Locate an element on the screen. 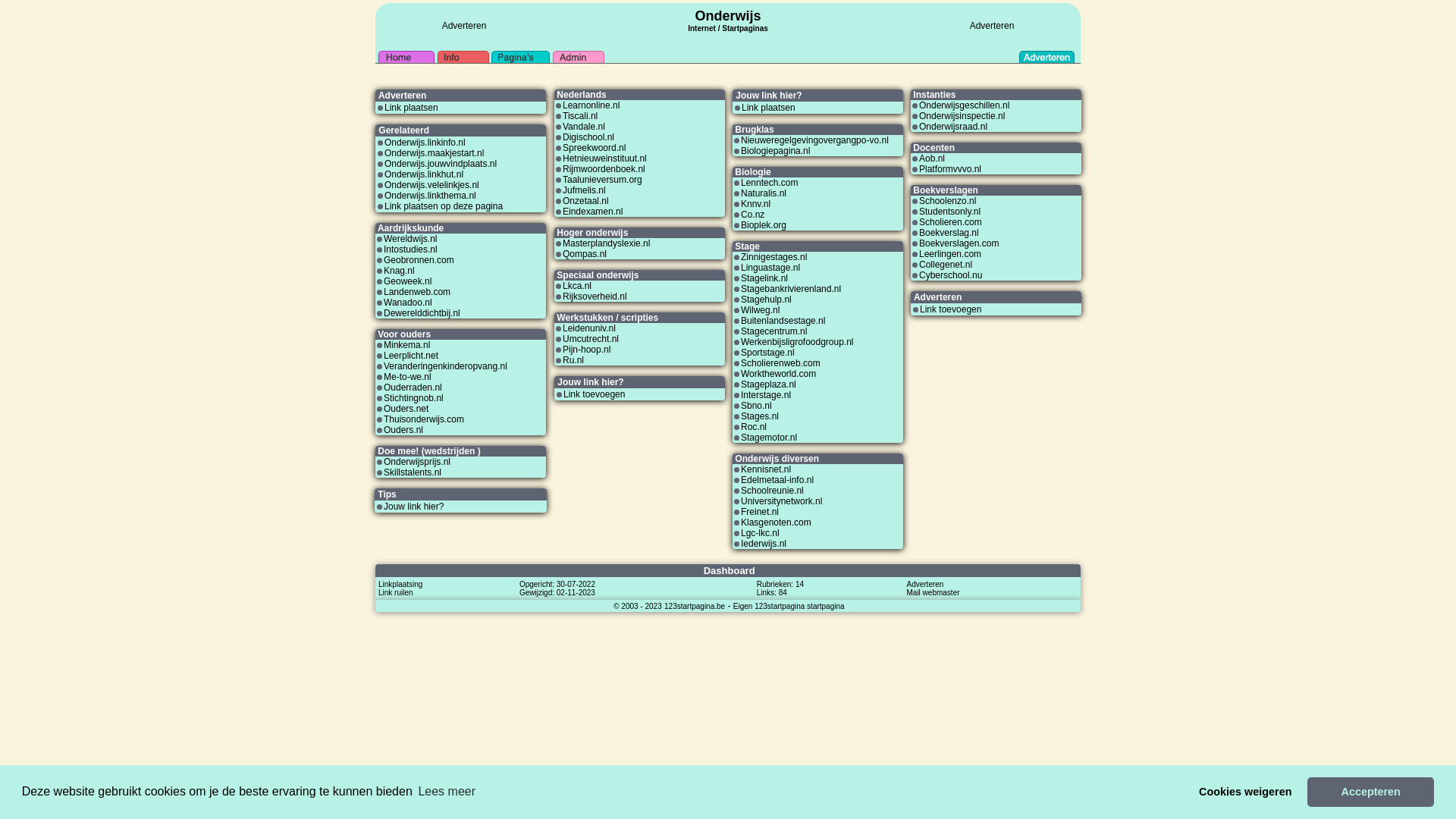  'Taalunieversum.org' is located at coordinates (601, 178).